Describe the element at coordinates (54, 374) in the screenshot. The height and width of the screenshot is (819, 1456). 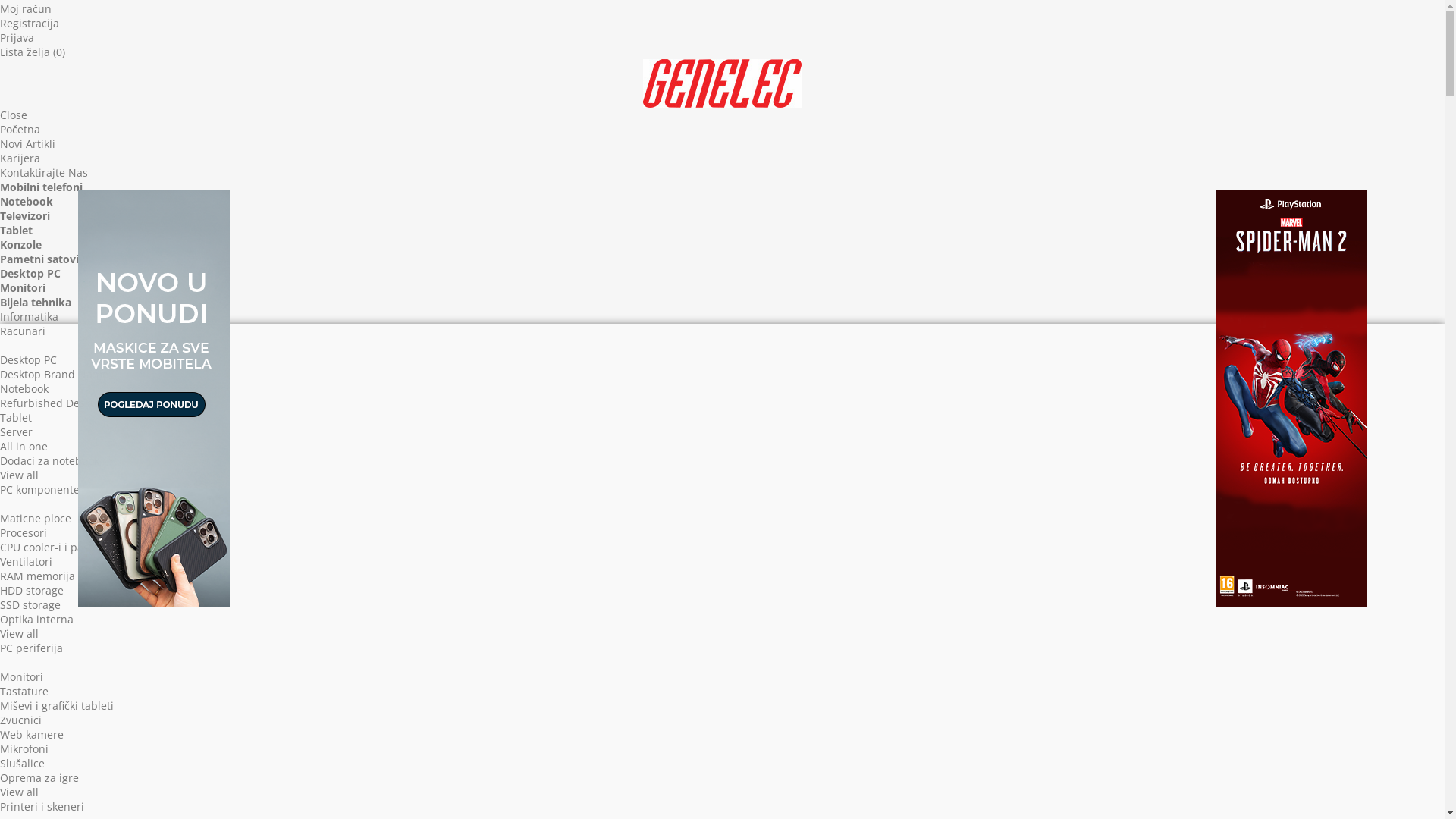
I see `'Desktop Brand Name'` at that location.